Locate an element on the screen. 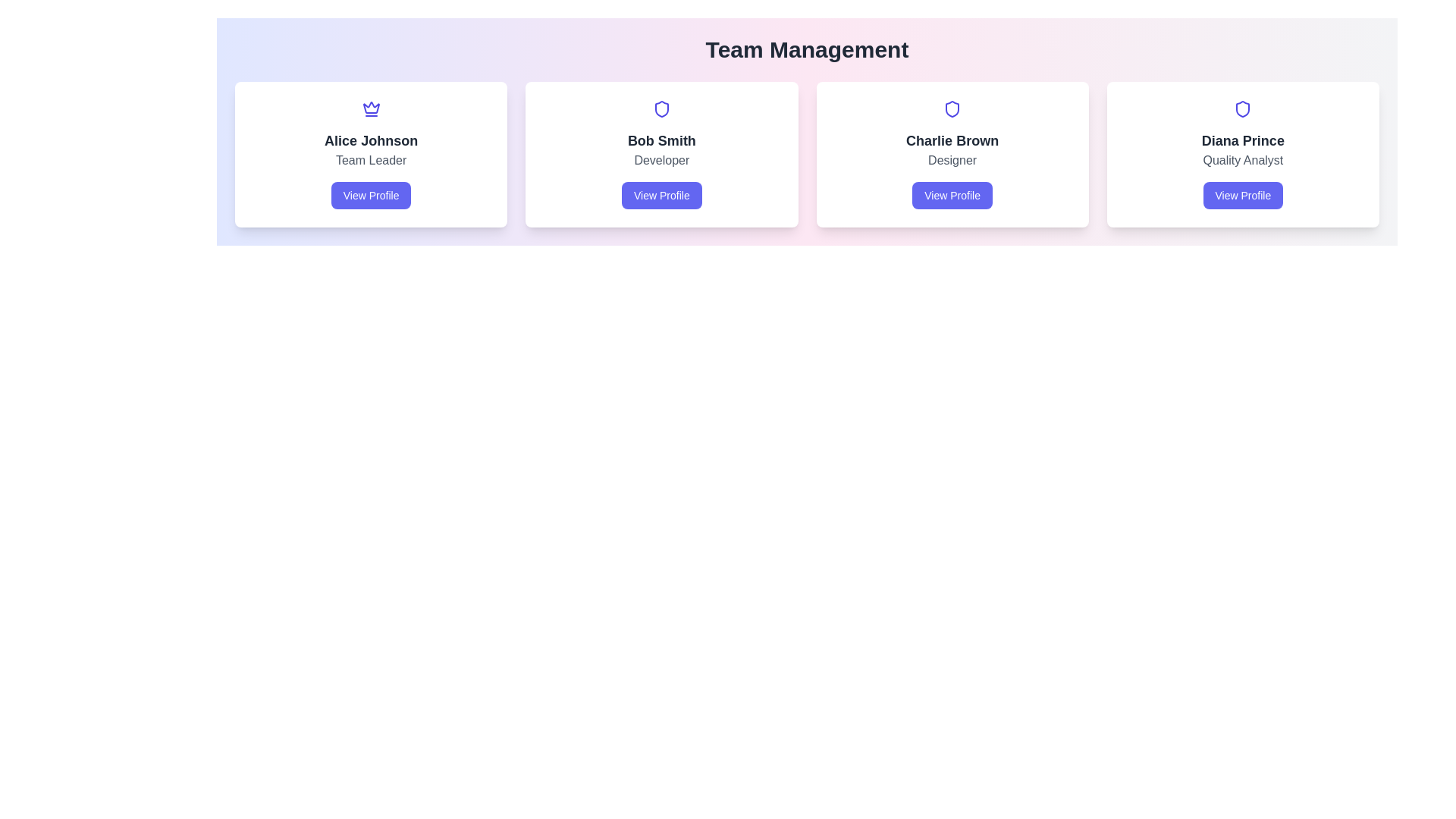  the crown icon with a purple outline situated above the text 'Alice Johnson' in the Team Management section is located at coordinates (371, 107).